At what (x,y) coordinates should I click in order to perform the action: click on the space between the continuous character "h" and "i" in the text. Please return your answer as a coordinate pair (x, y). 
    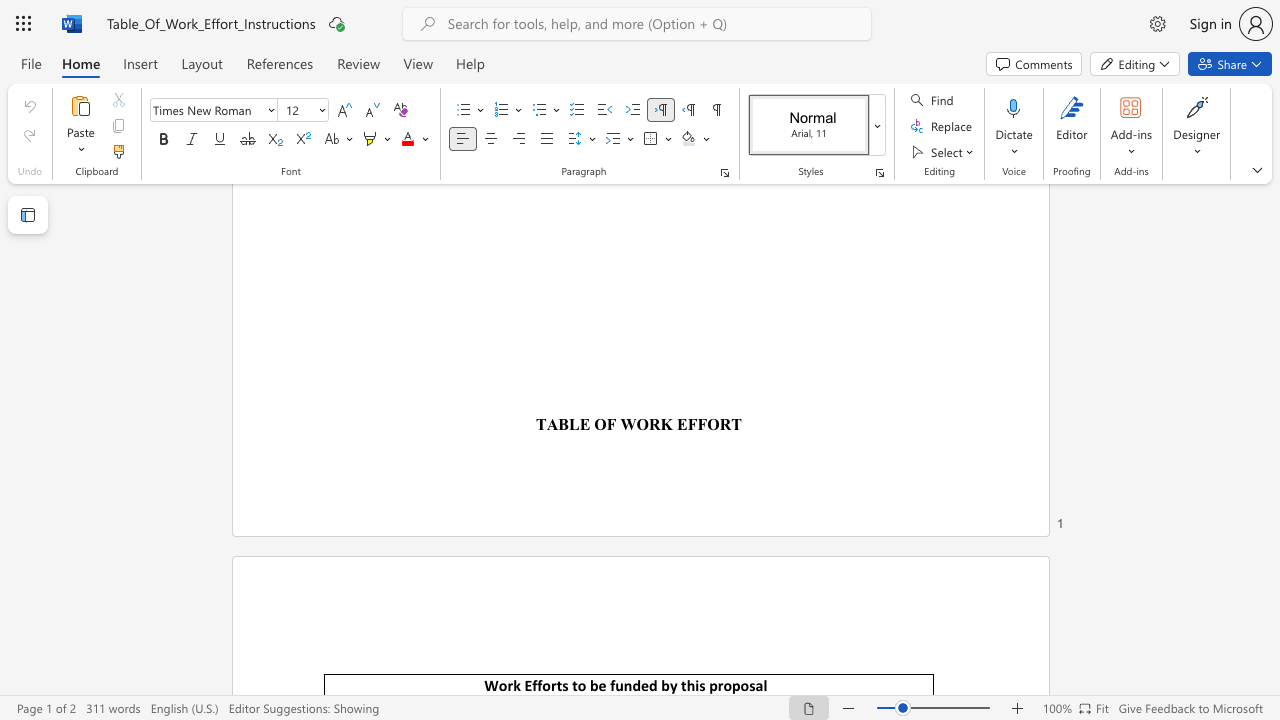
    Looking at the image, I should click on (694, 684).